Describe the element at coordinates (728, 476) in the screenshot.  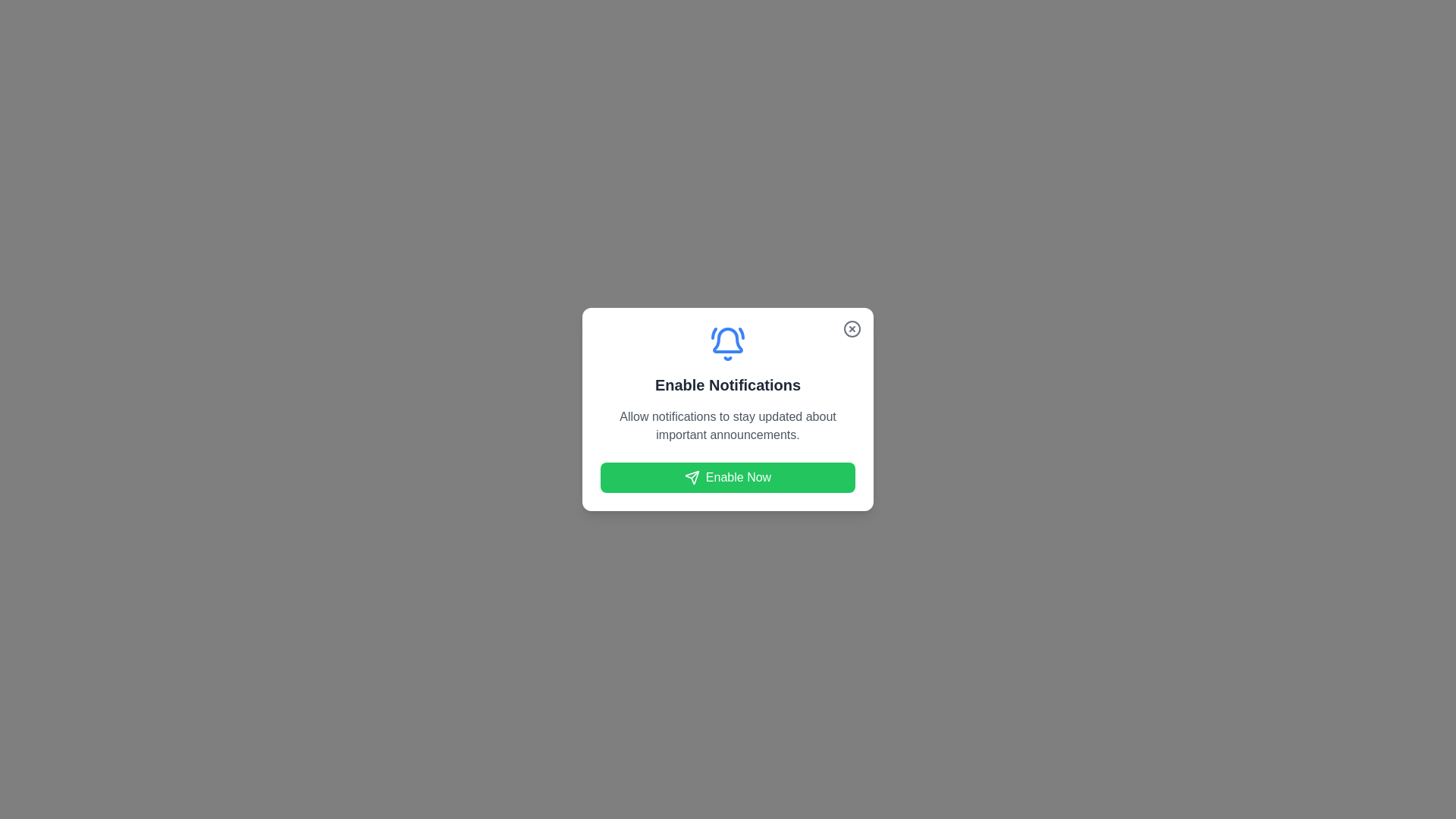
I see `'Enable Now' button to enable notifications` at that location.